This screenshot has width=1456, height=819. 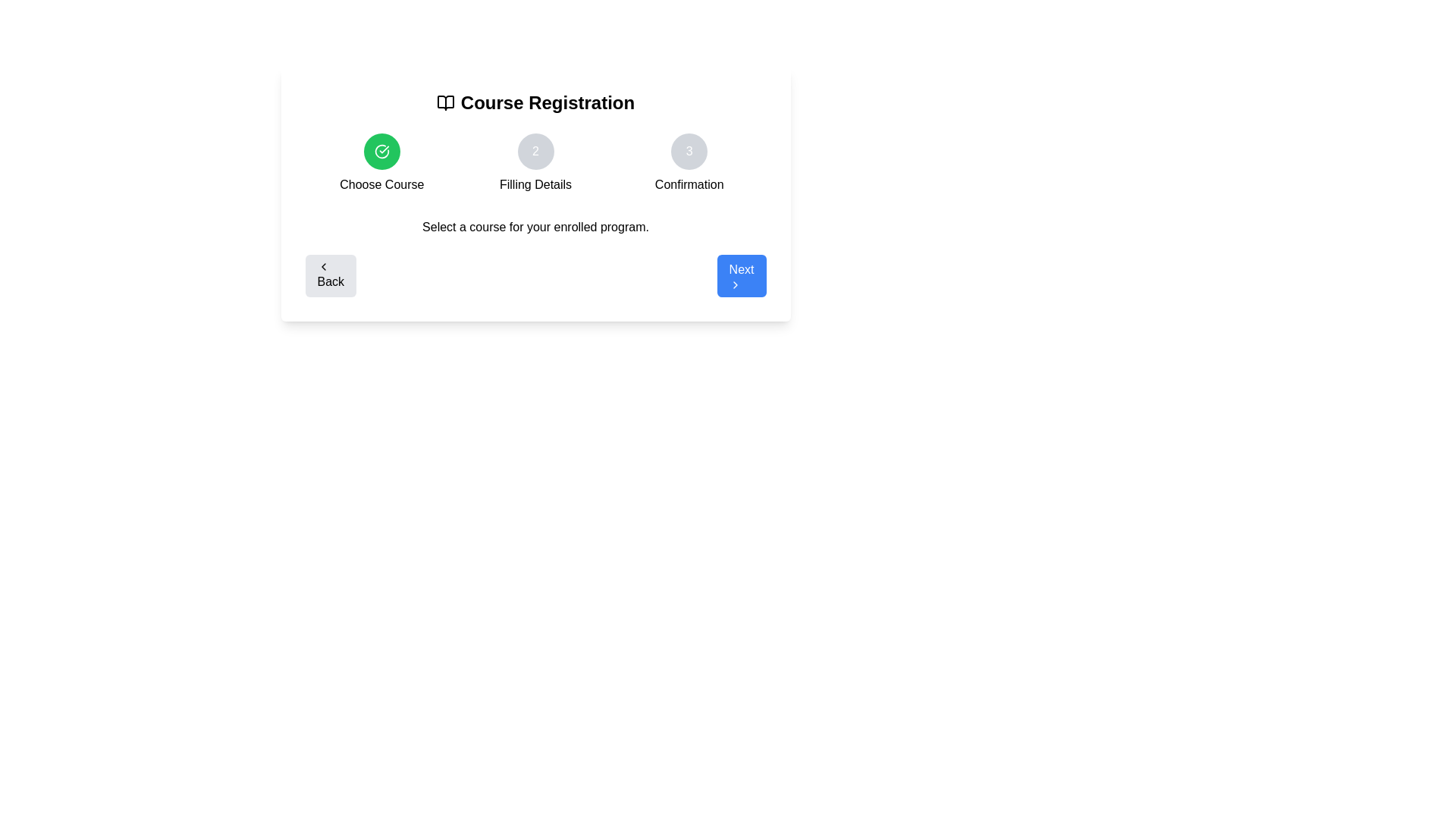 I want to click on the text label that displays 'Filling Details', which is positioned below the circular numerical indicator labeled '2', so click(x=535, y=184).